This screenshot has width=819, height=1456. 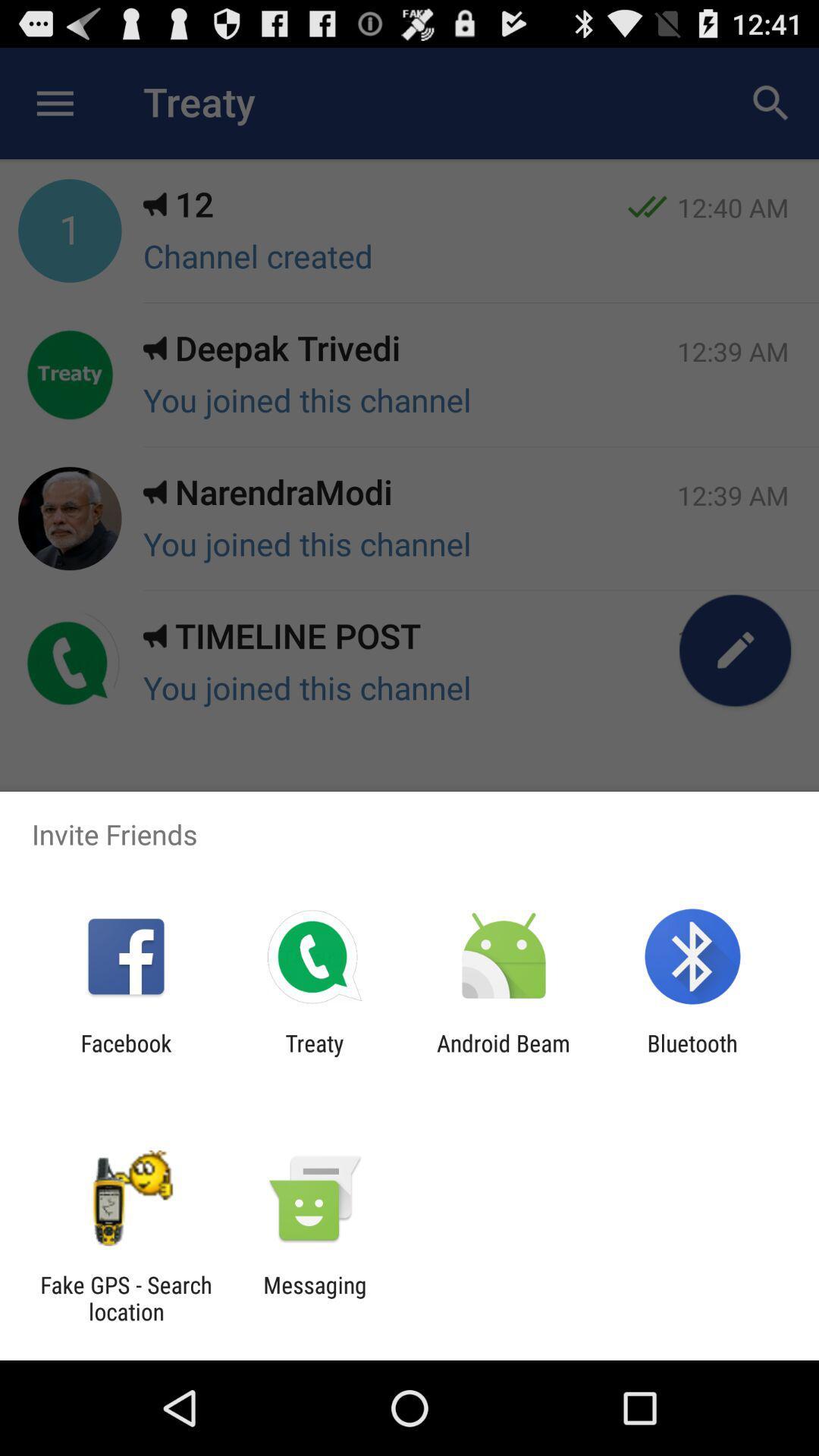 I want to click on bluetooth at the bottom right corner, so click(x=692, y=1056).